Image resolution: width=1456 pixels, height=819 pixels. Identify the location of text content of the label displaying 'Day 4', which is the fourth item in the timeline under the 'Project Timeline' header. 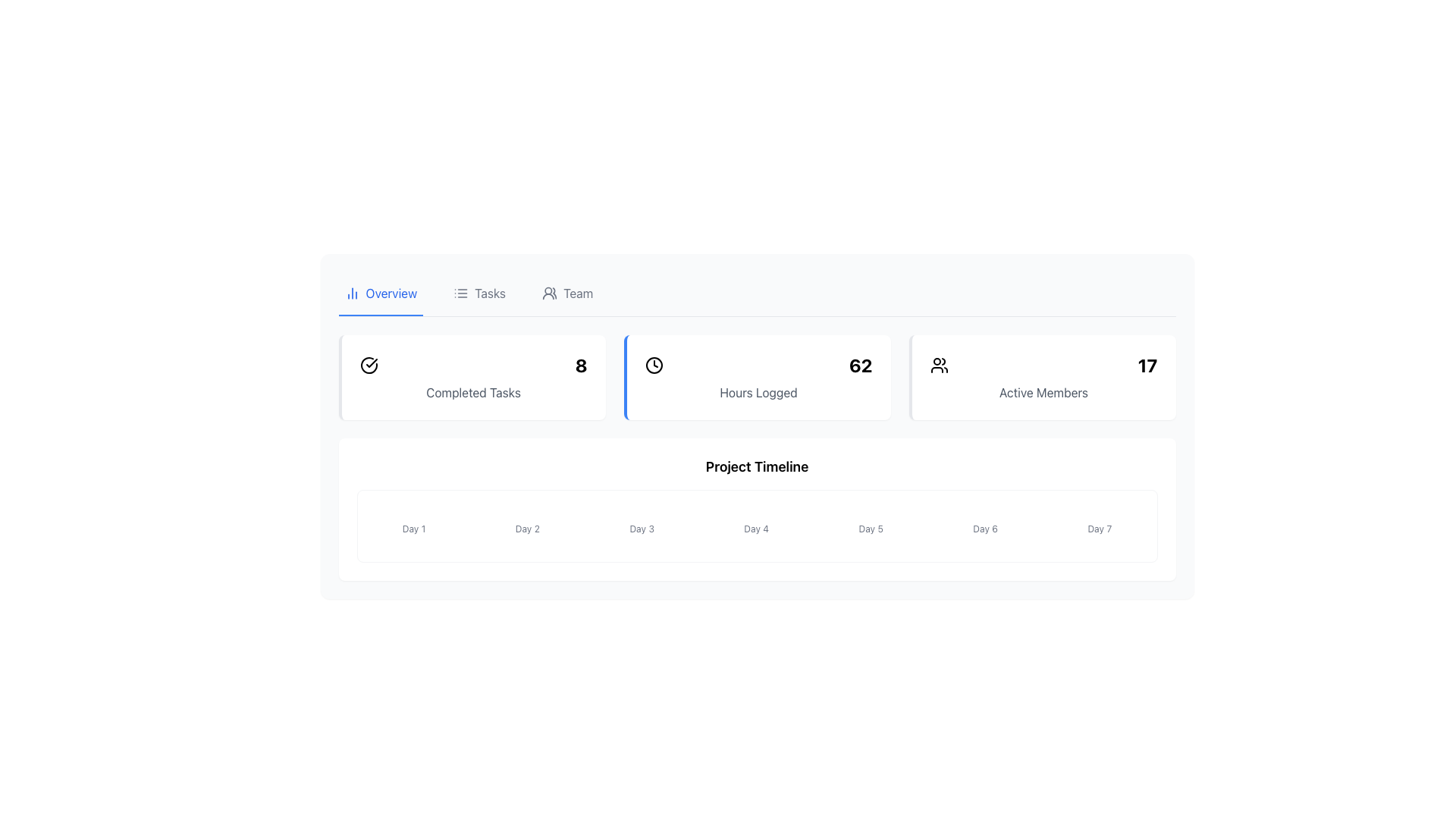
(756, 529).